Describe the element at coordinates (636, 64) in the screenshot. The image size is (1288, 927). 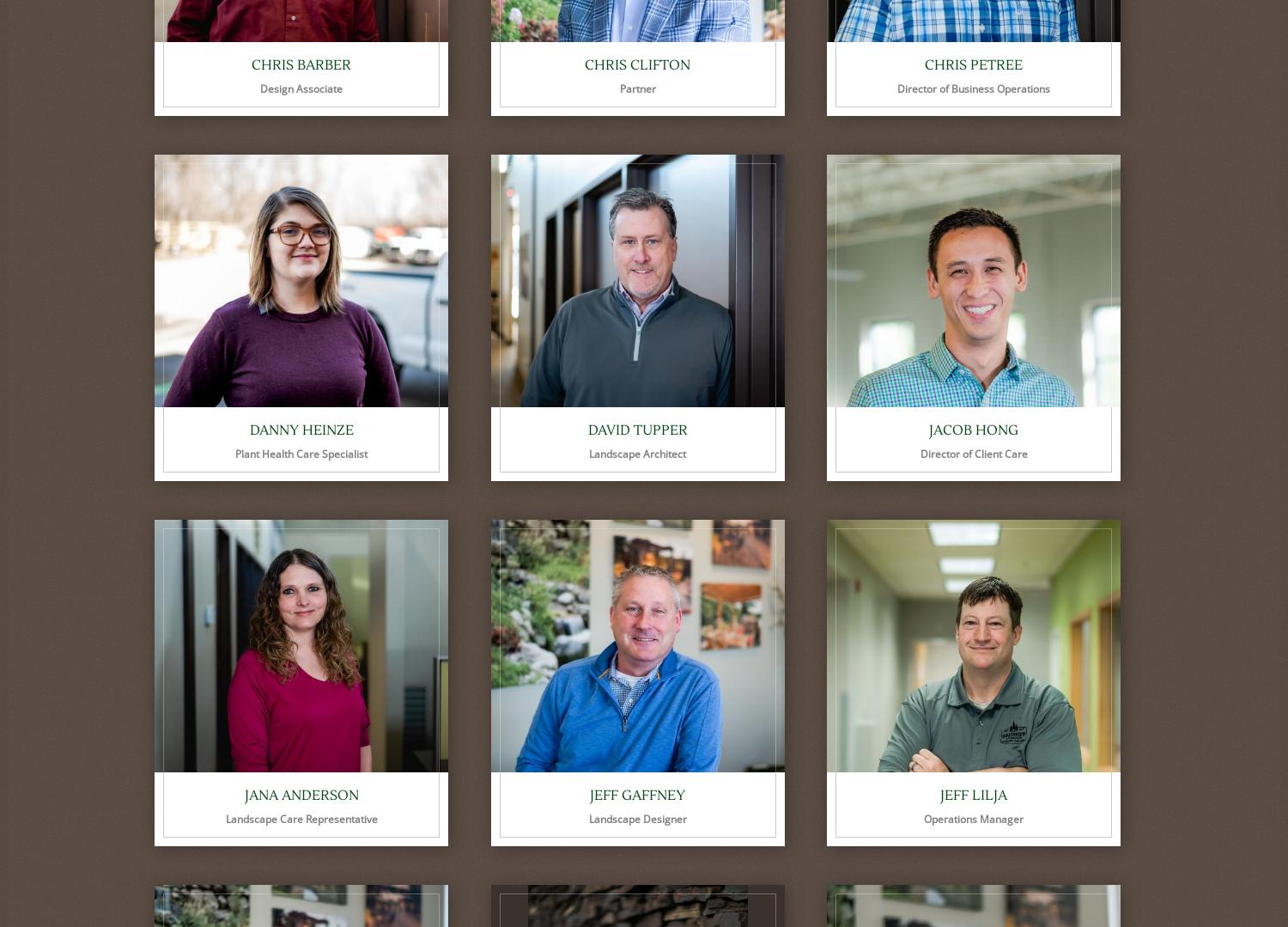
I see `'Chris Clifton'` at that location.